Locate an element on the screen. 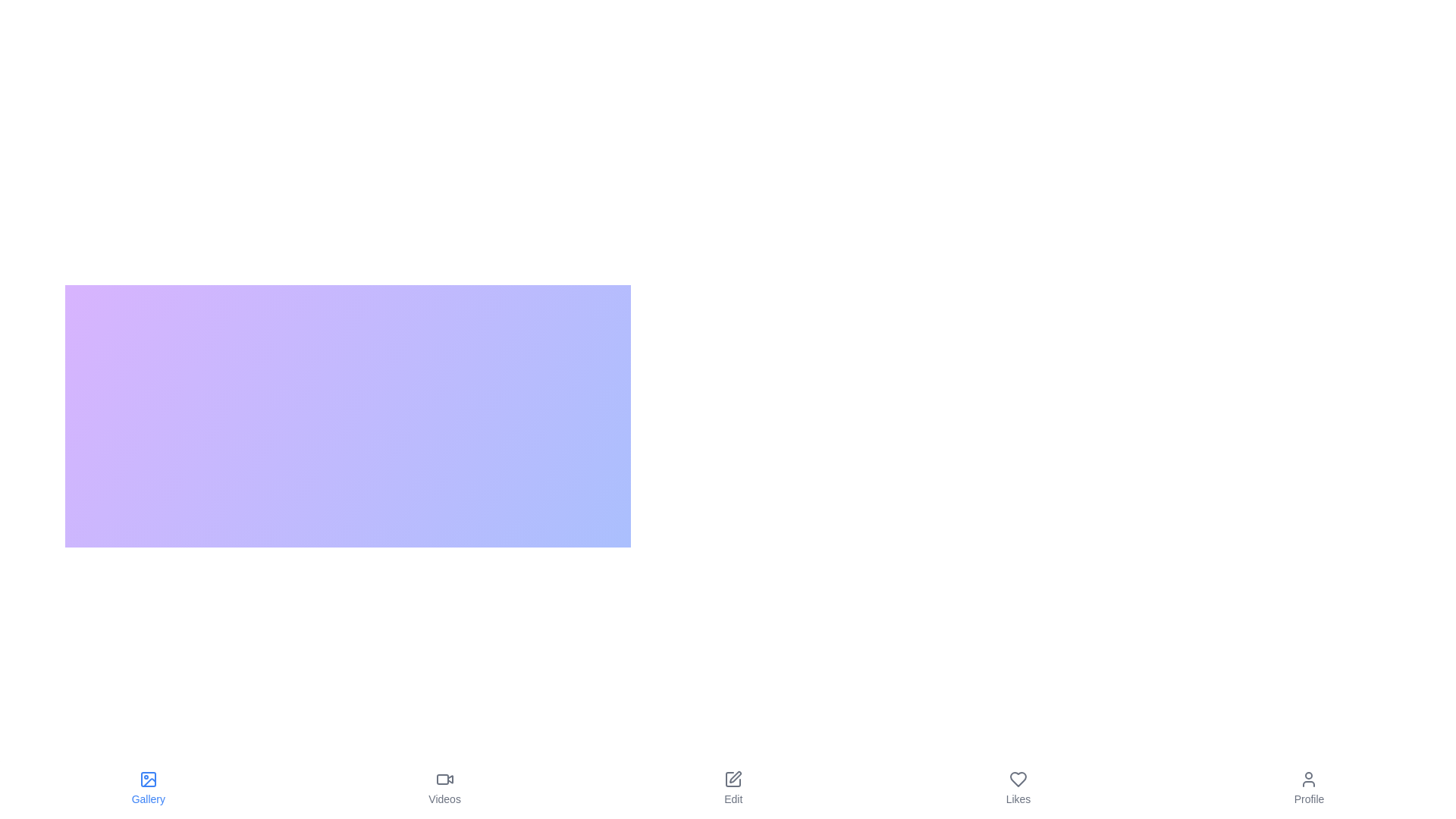 This screenshot has height=819, width=1456. the tab labeled Profile to observe its hover effect is located at coordinates (1308, 788).